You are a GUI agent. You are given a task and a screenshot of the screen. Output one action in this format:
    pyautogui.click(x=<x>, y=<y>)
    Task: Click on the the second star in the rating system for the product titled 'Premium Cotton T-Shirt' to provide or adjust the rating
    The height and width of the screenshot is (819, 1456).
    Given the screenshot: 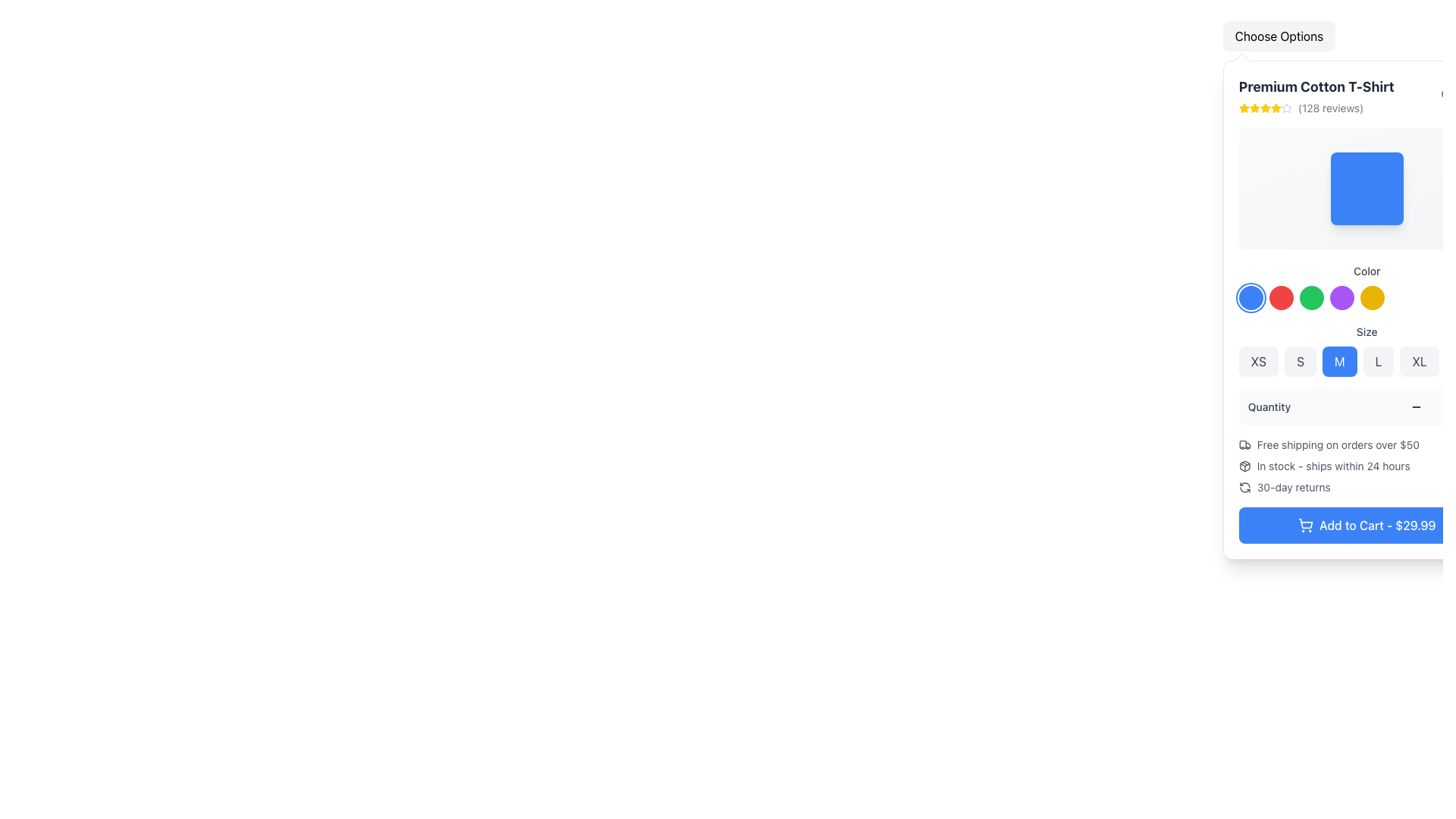 What is the action you would take?
    pyautogui.click(x=1244, y=107)
    